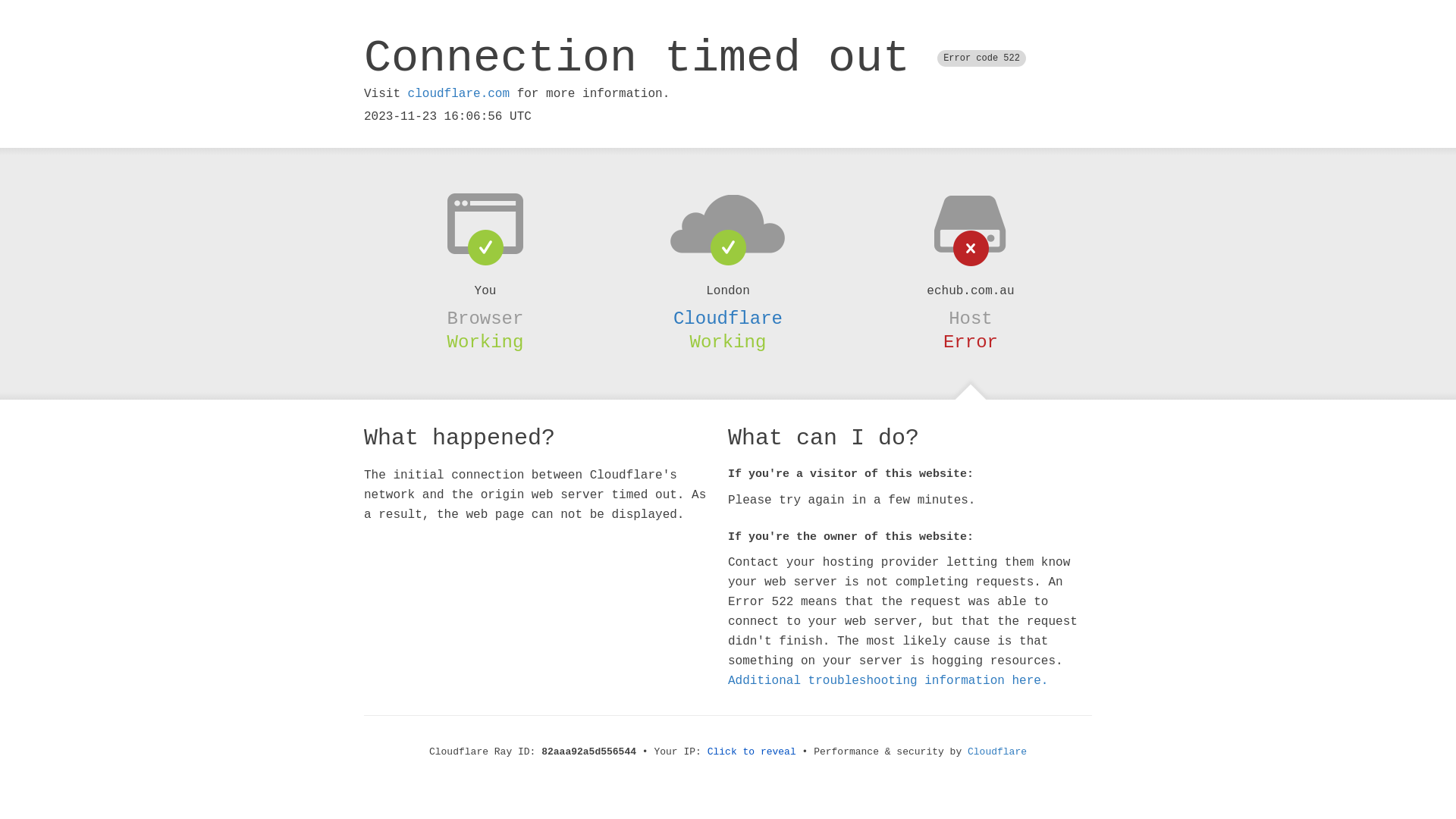 The width and height of the screenshot is (1456, 819). What do you see at coordinates (997, 752) in the screenshot?
I see `'Cloudflare'` at bounding box center [997, 752].